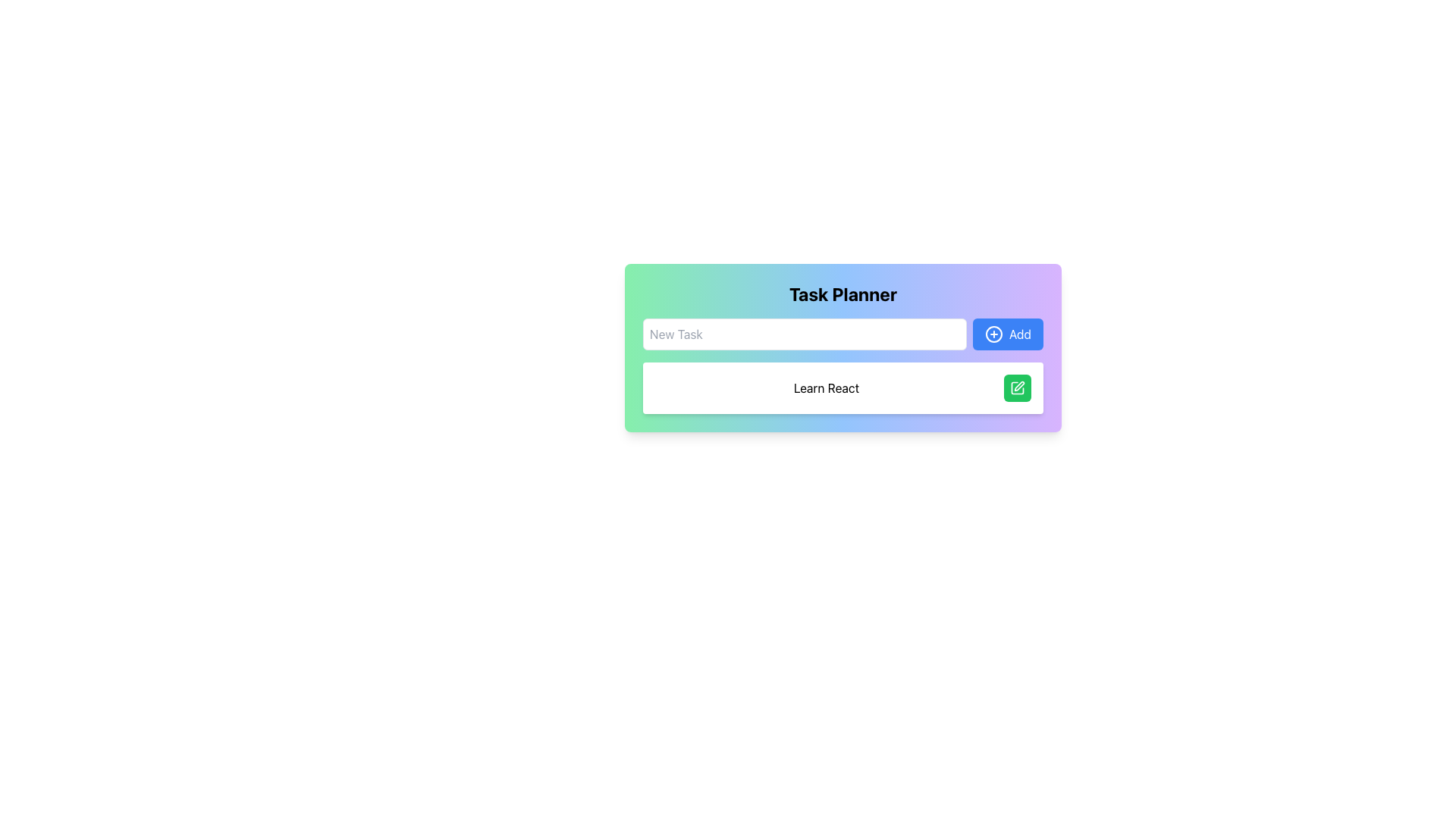  I want to click on the green circular button containing the SVG icon, so click(1018, 388).